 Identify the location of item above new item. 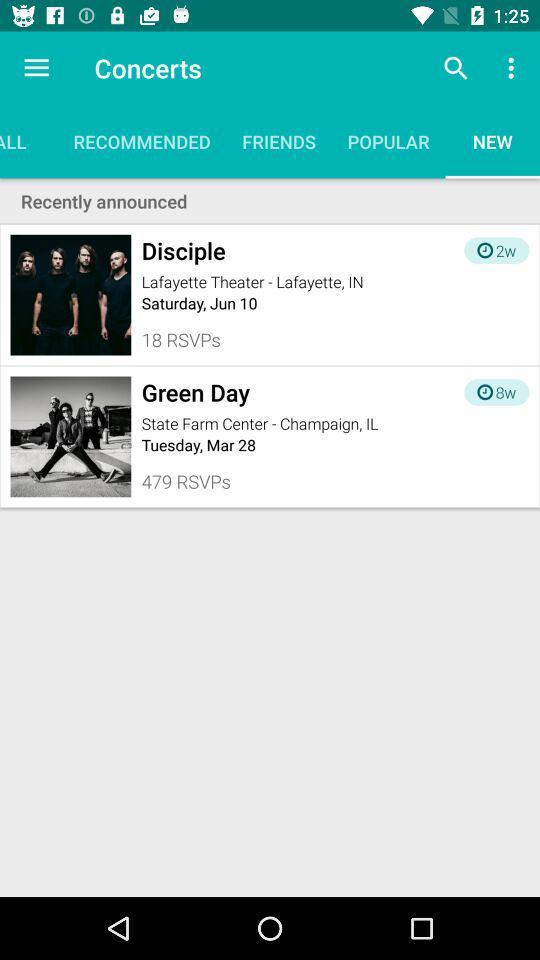
(513, 68).